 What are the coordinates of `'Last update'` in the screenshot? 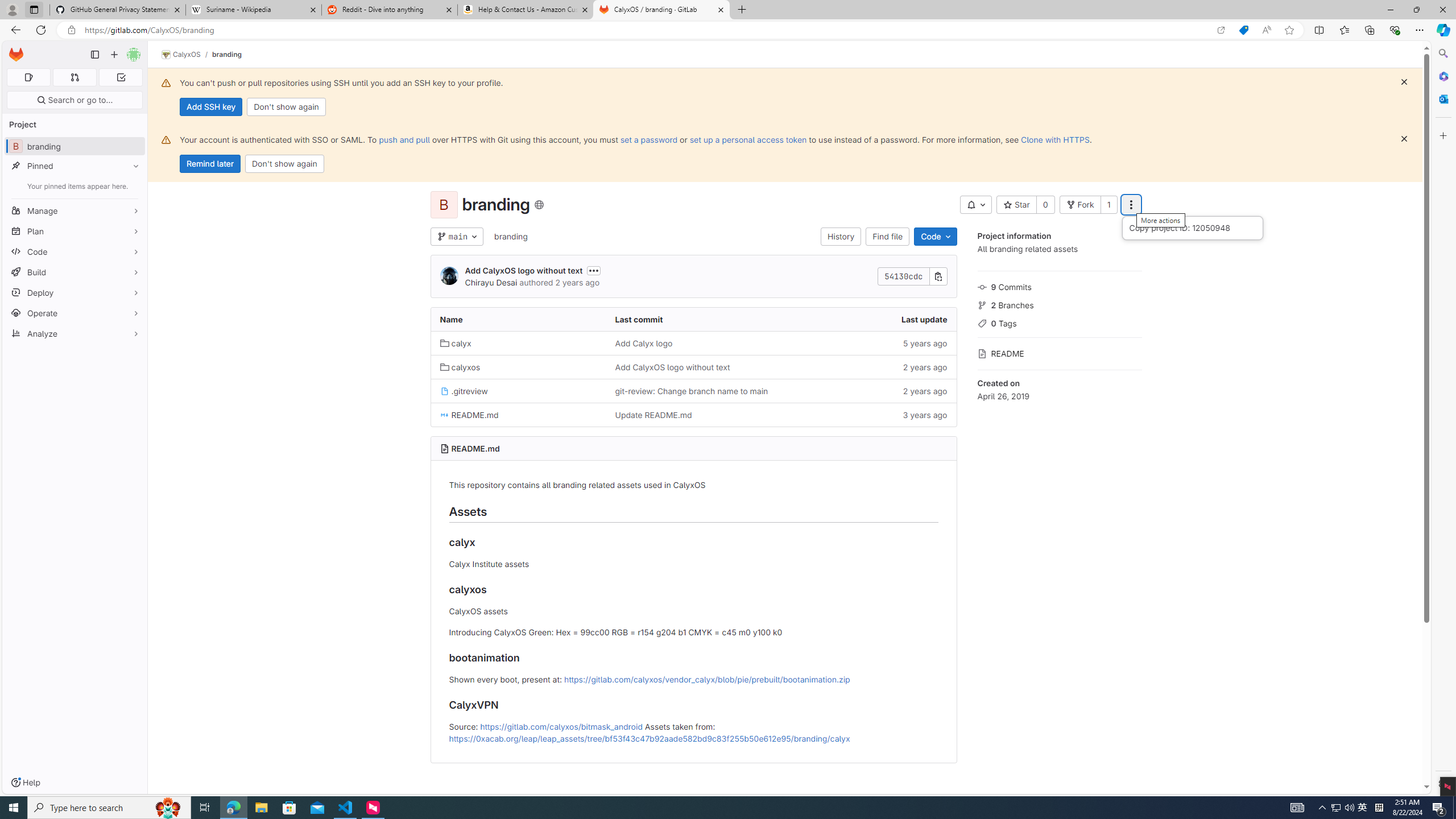 It's located at (868, 320).